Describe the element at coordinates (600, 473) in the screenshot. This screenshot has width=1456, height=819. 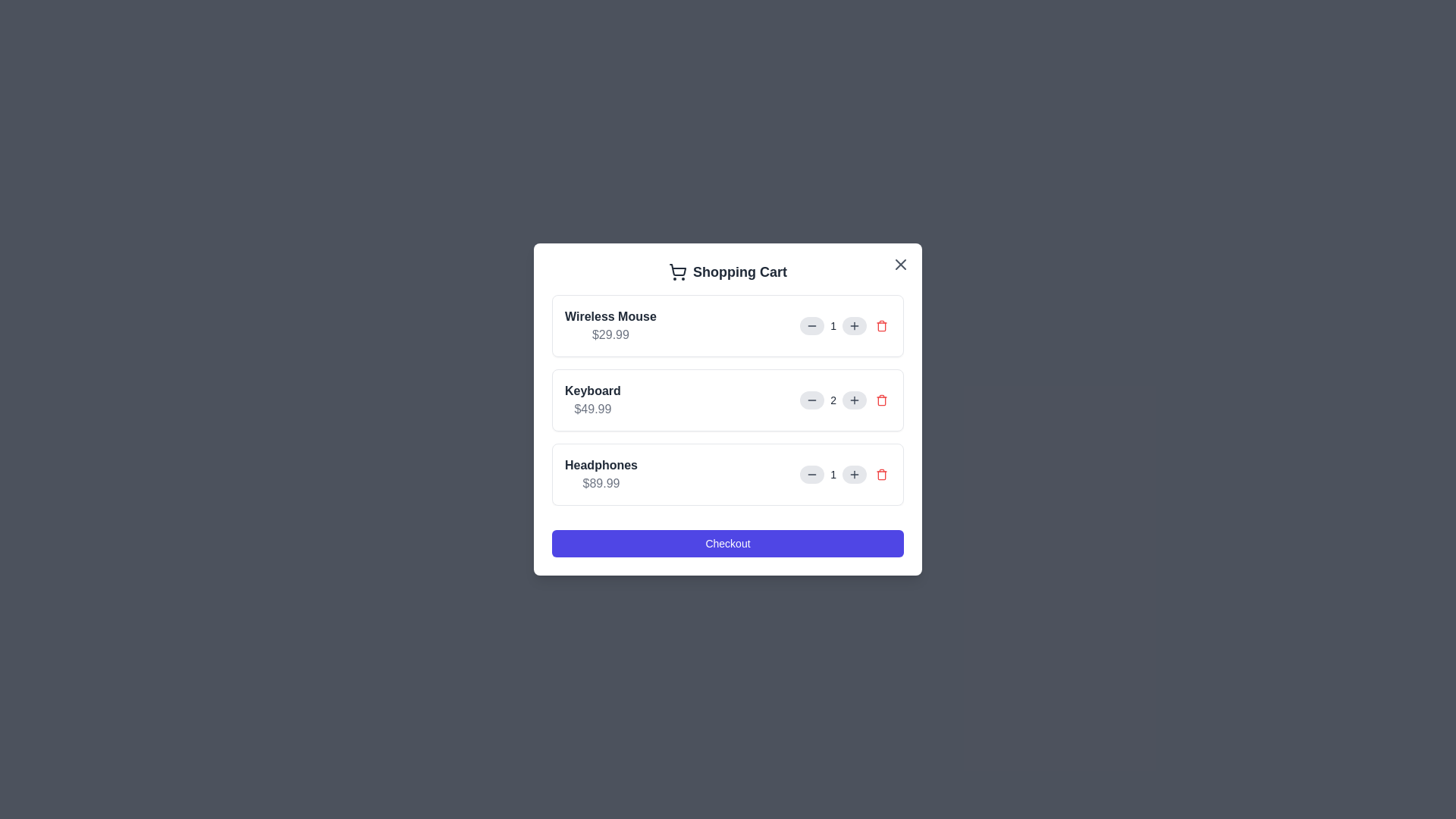
I see `text displayed for the item 'Headphones' with the price '$89.99' in the shopping cart modal` at that location.